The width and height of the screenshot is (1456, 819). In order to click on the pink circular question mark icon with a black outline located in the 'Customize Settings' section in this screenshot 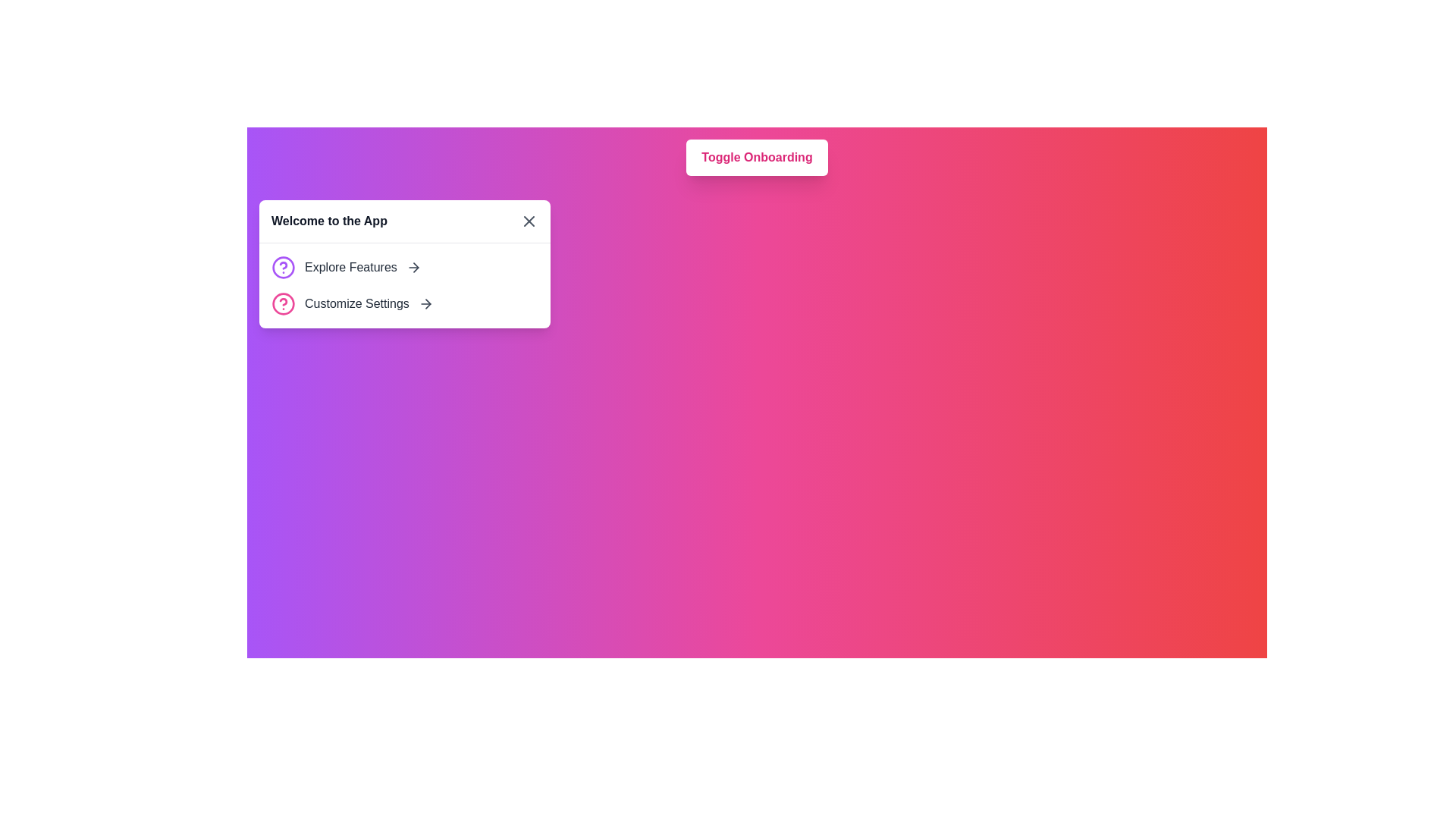, I will do `click(284, 304)`.